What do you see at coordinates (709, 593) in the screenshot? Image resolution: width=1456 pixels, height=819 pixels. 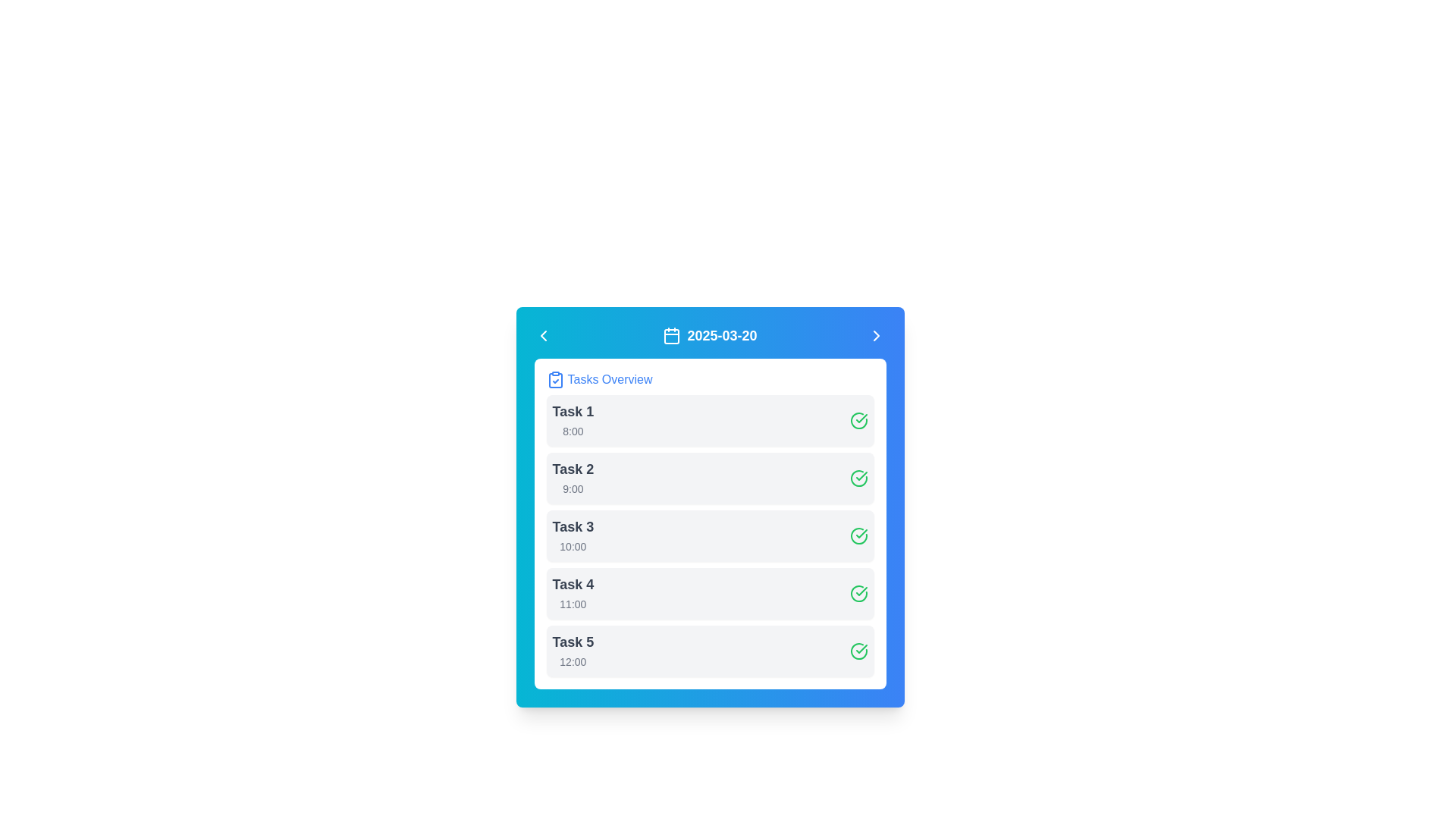 I see `the List item displaying 'Task 4' scheduled for '11:00'` at bounding box center [709, 593].